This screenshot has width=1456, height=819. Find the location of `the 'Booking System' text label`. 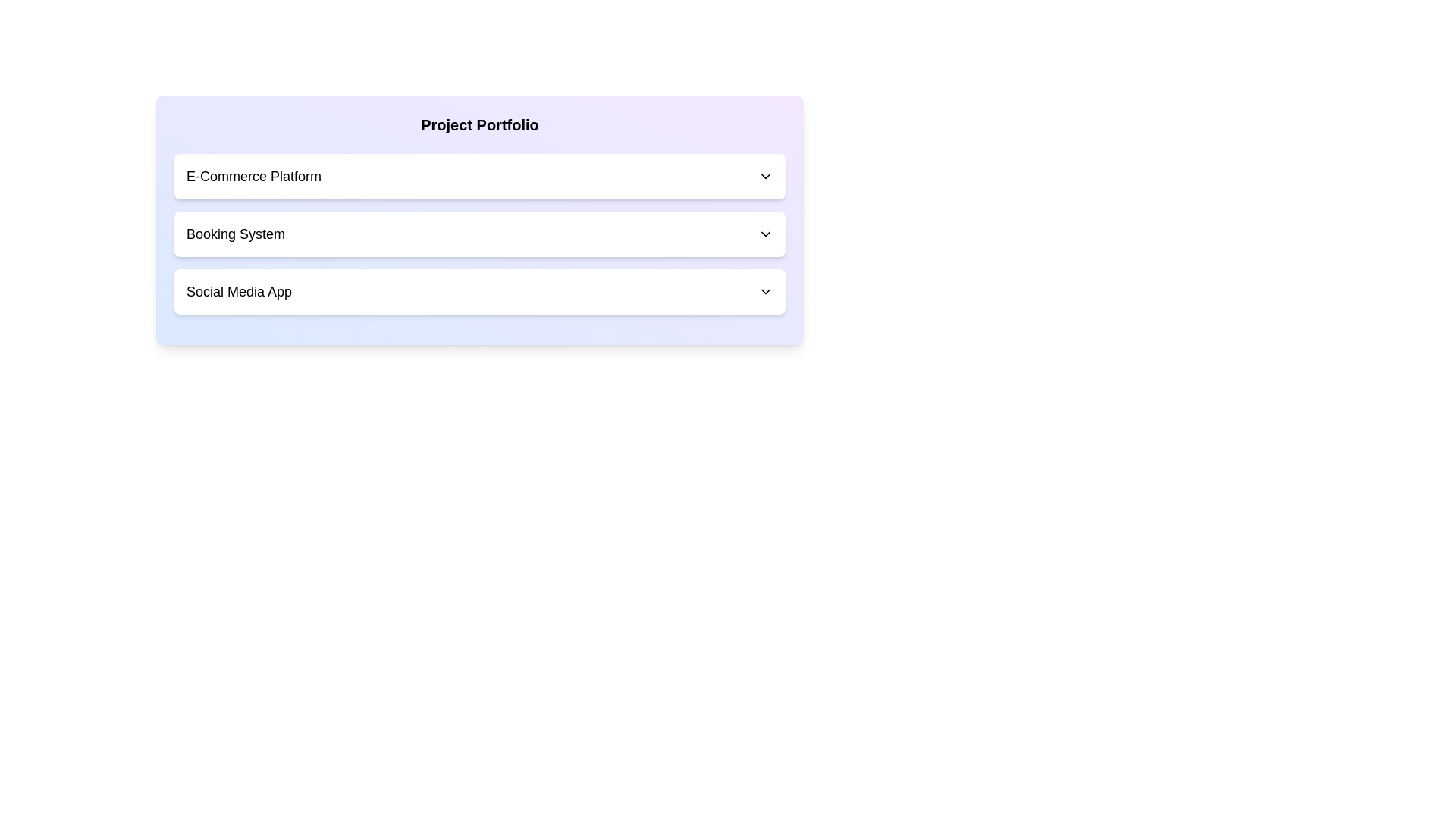

the 'Booking System' text label is located at coordinates (235, 234).